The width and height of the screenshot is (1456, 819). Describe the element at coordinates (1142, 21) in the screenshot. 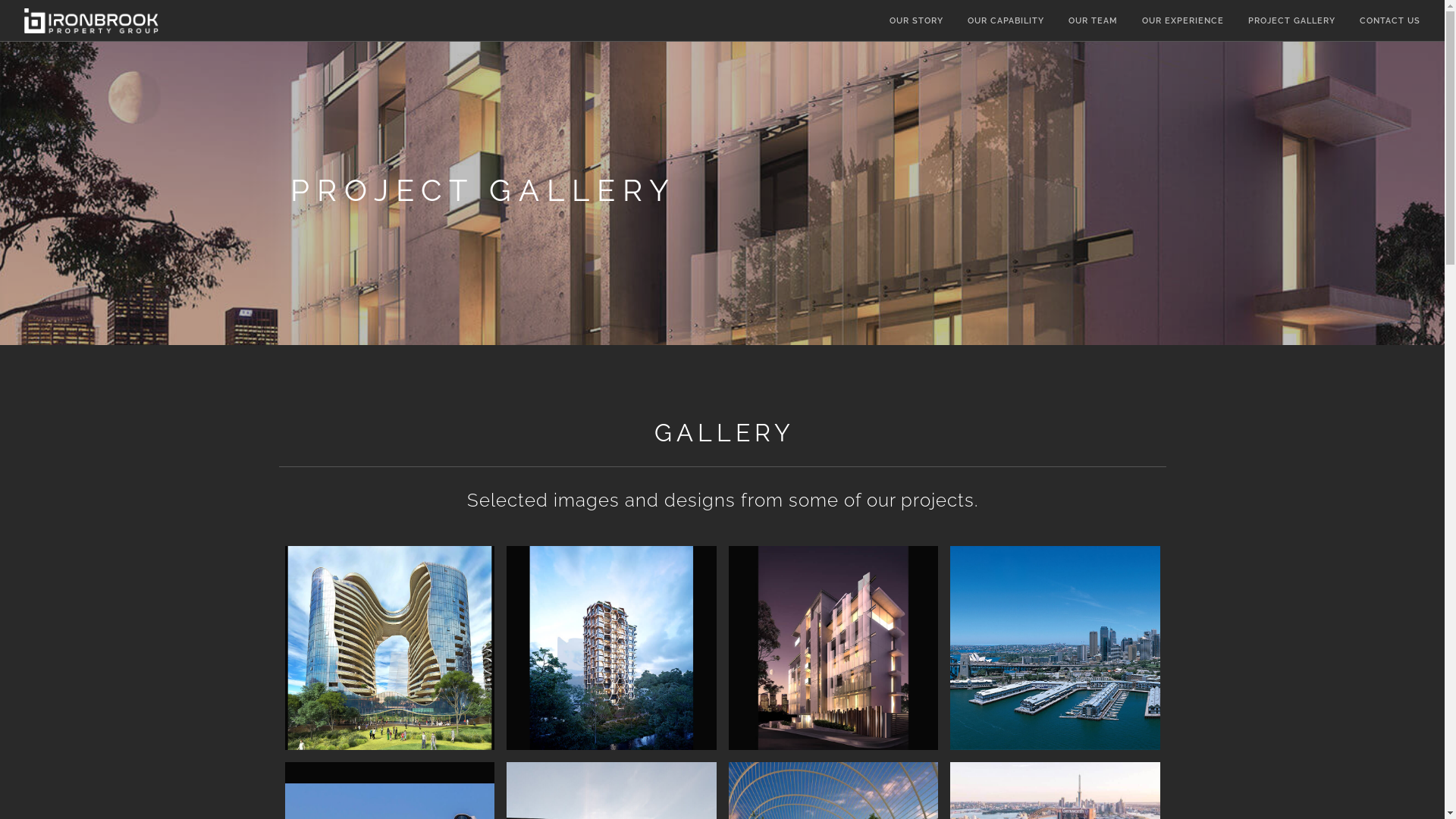

I see `'OUR EXPERIENCE'` at that location.